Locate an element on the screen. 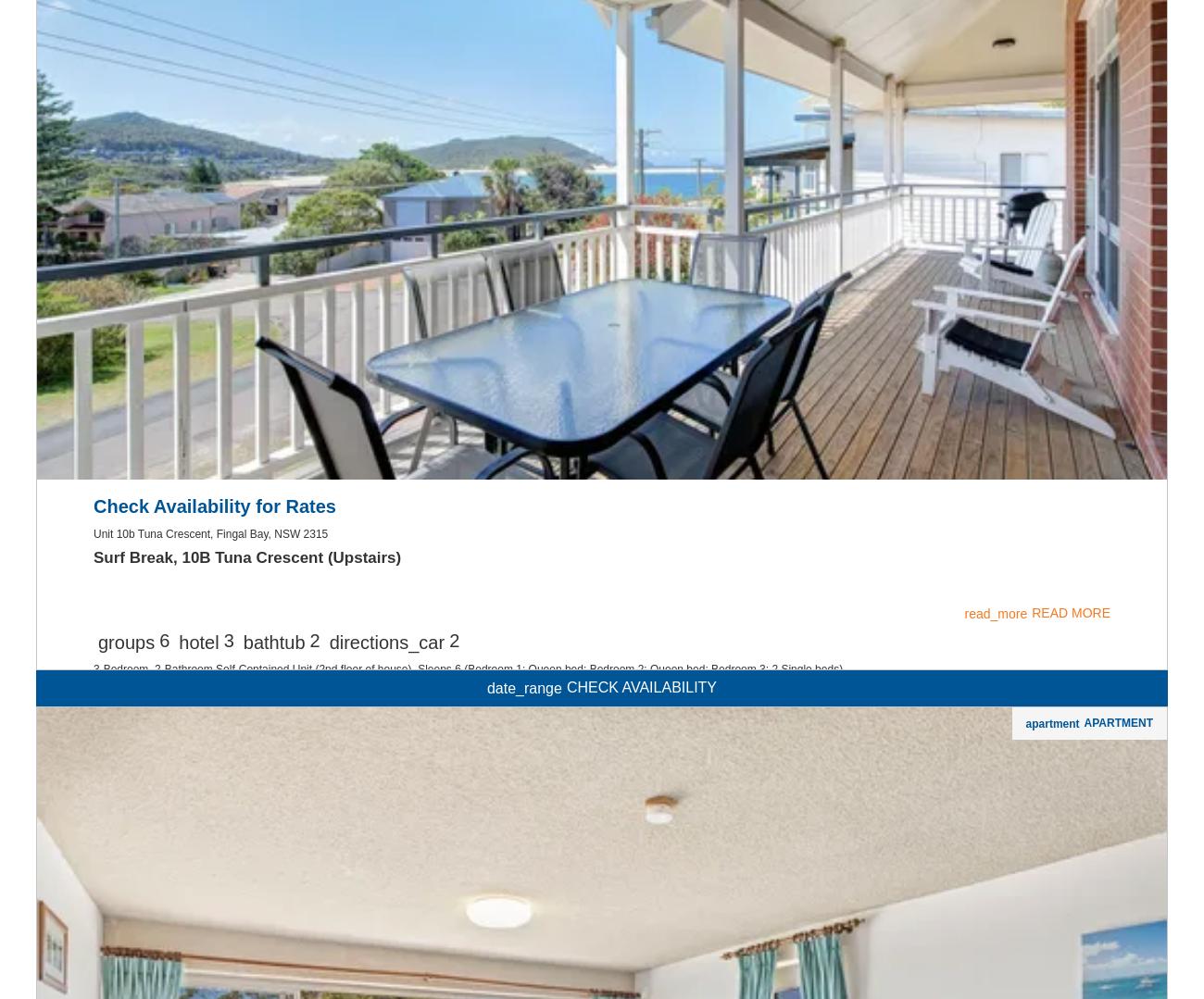 This screenshot has width=1204, height=999. 'smoke_free' is located at coordinates (601, 121).